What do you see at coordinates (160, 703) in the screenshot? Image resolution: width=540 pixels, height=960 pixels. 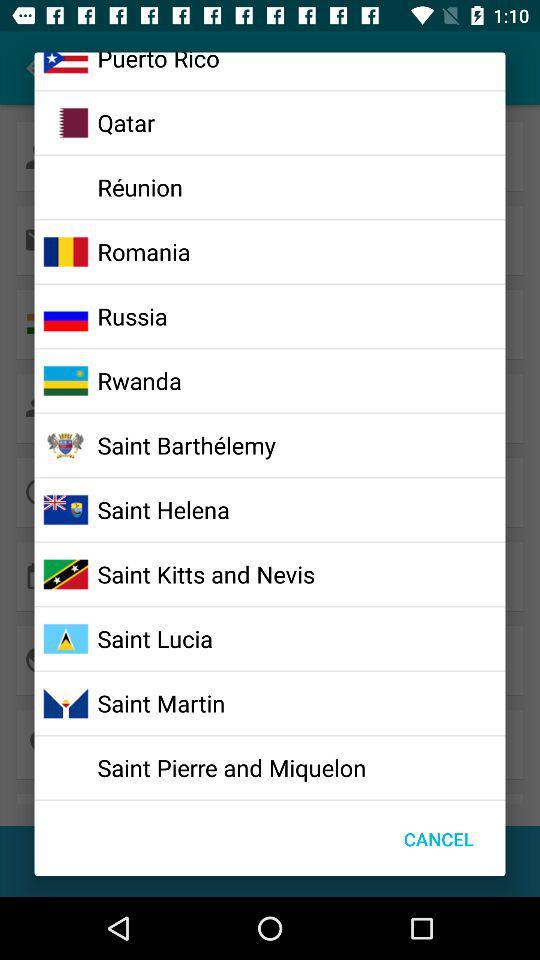 I see `the item above saint pierre and item` at bounding box center [160, 703].